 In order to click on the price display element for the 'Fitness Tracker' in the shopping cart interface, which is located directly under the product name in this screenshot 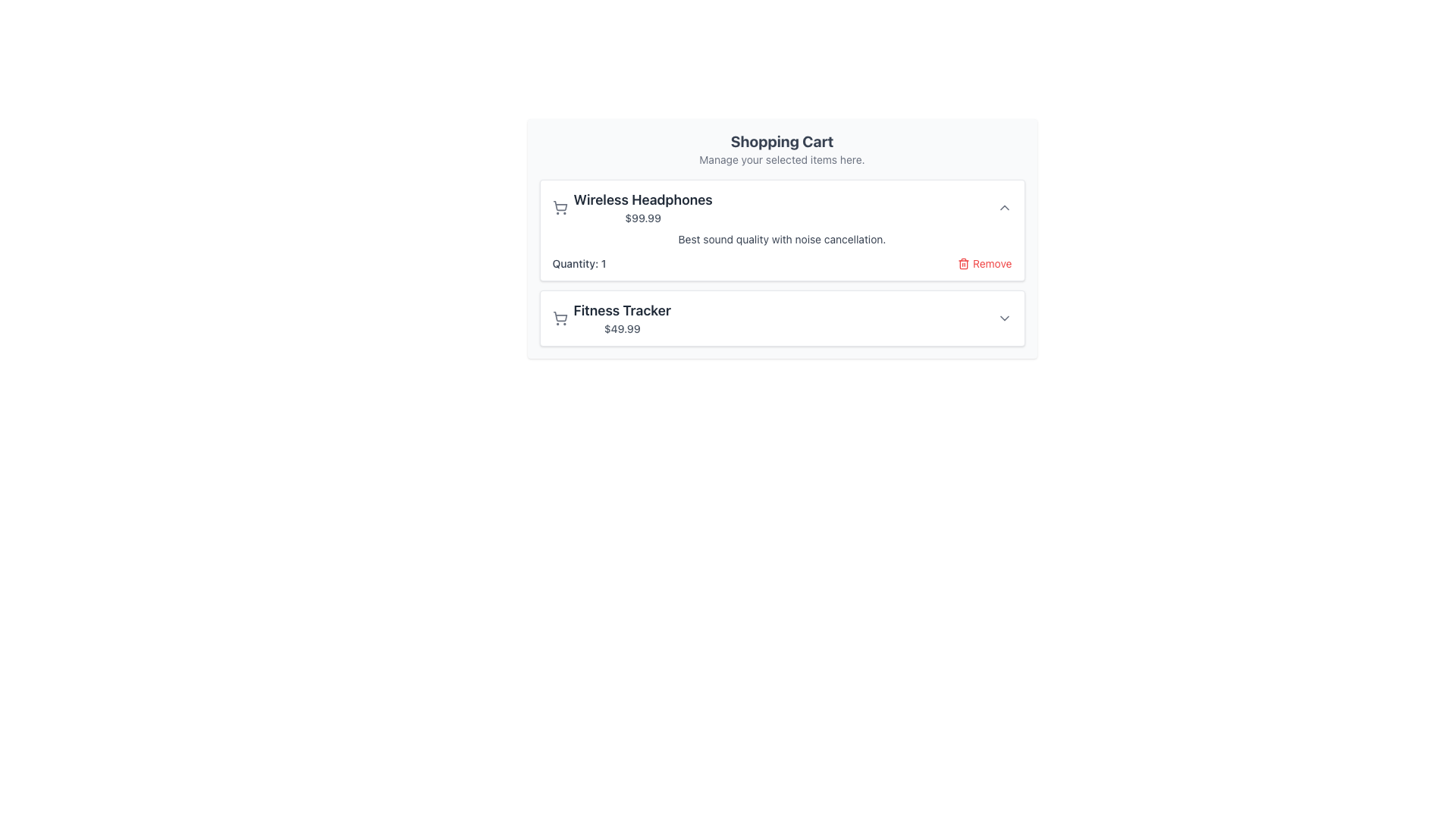, I will do `click(622, 328)`.